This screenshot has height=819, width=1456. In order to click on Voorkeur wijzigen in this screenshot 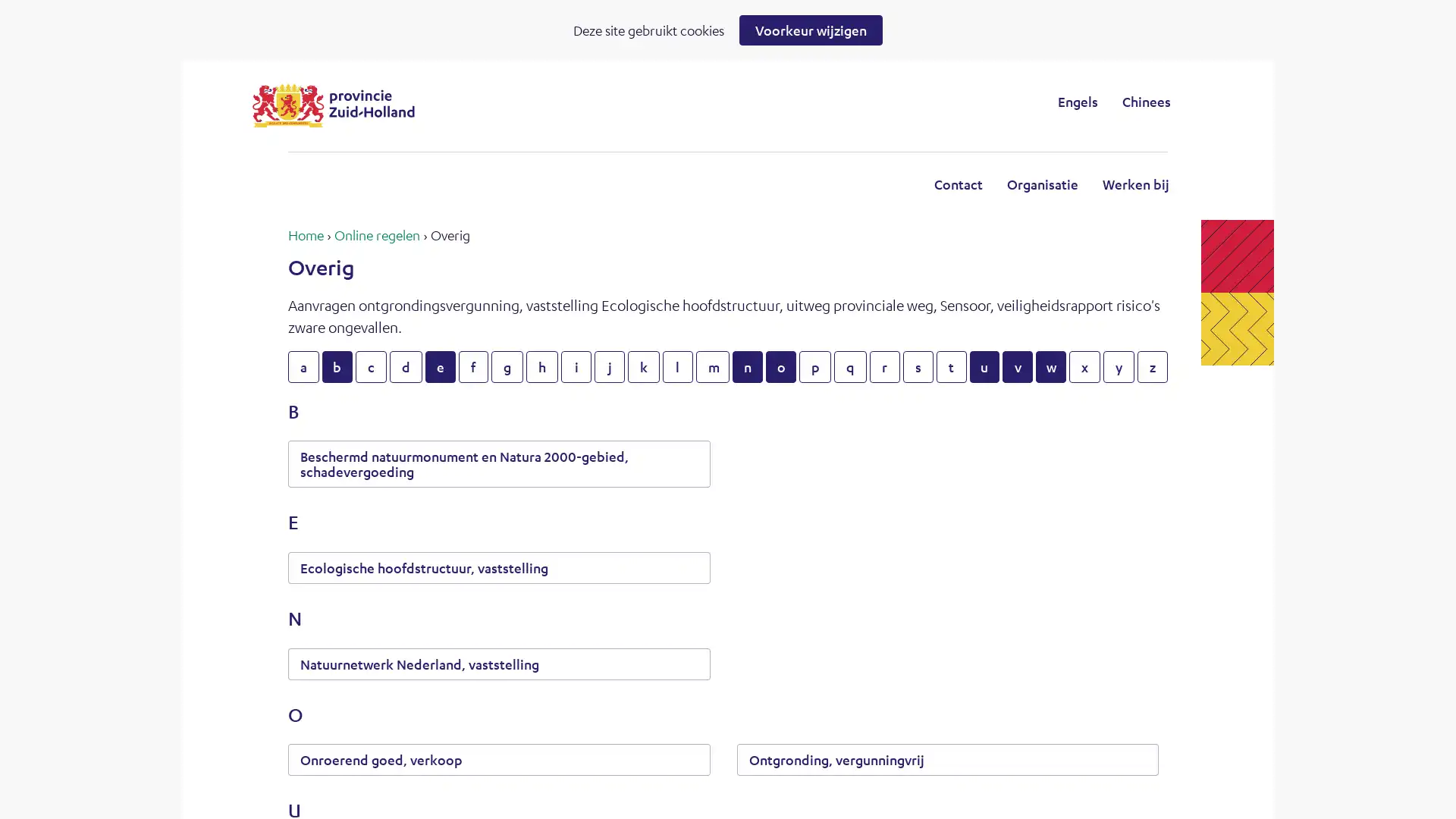, I will do `click(810, 30)`.